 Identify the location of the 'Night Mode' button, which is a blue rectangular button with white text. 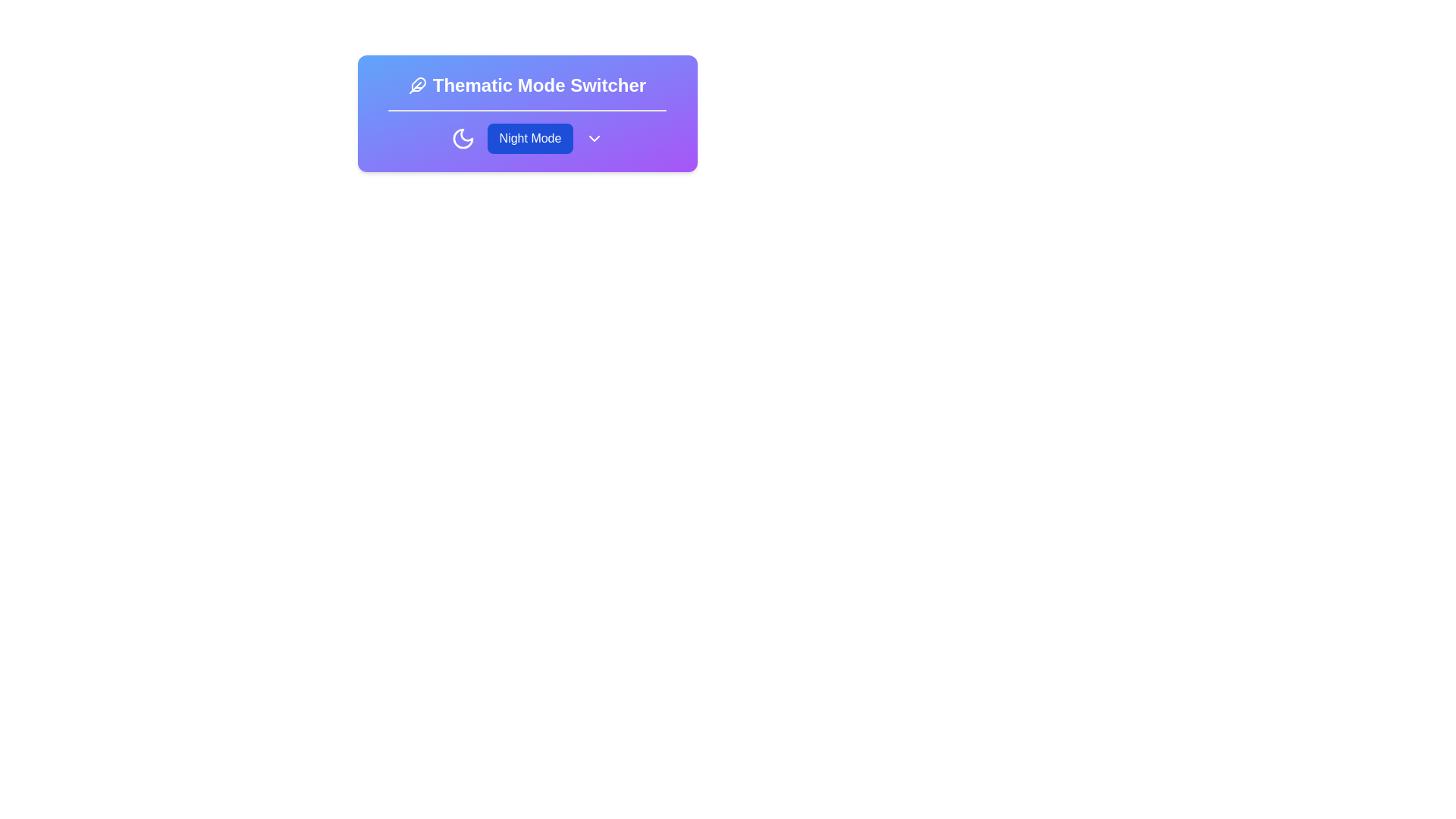
(530, 138).